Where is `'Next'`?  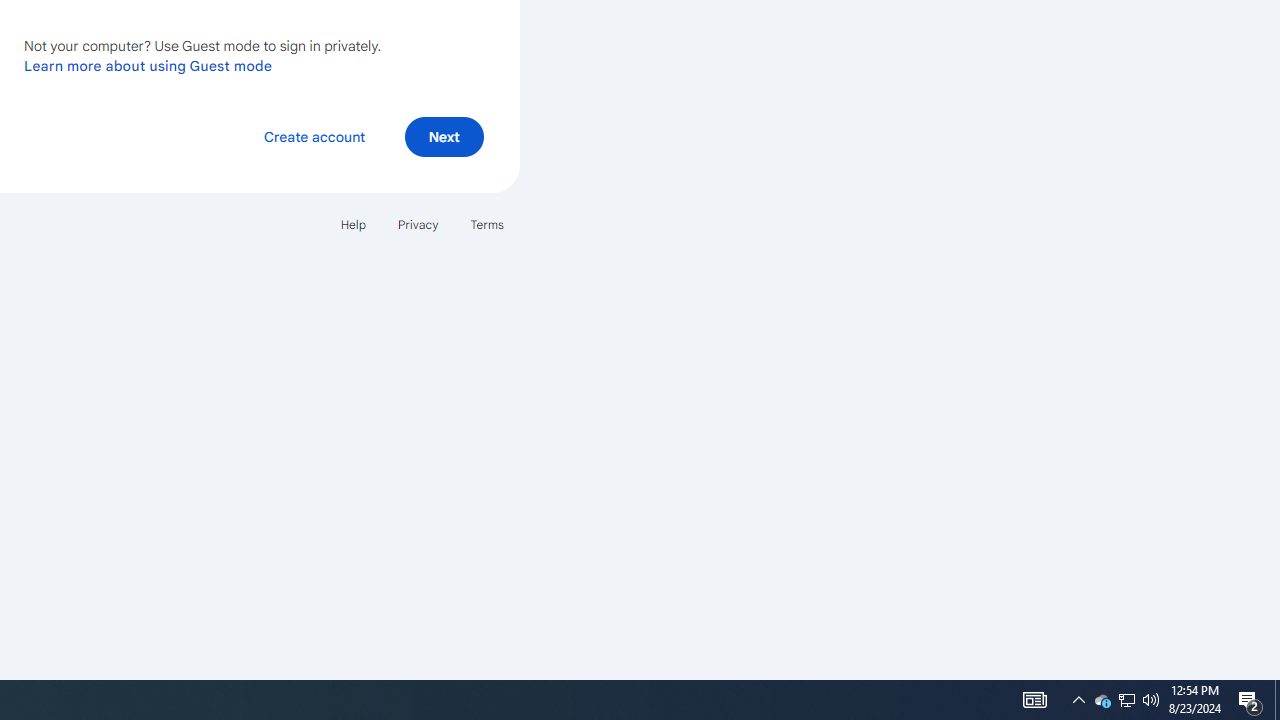 'Next' is located at coordinates (443, 135).